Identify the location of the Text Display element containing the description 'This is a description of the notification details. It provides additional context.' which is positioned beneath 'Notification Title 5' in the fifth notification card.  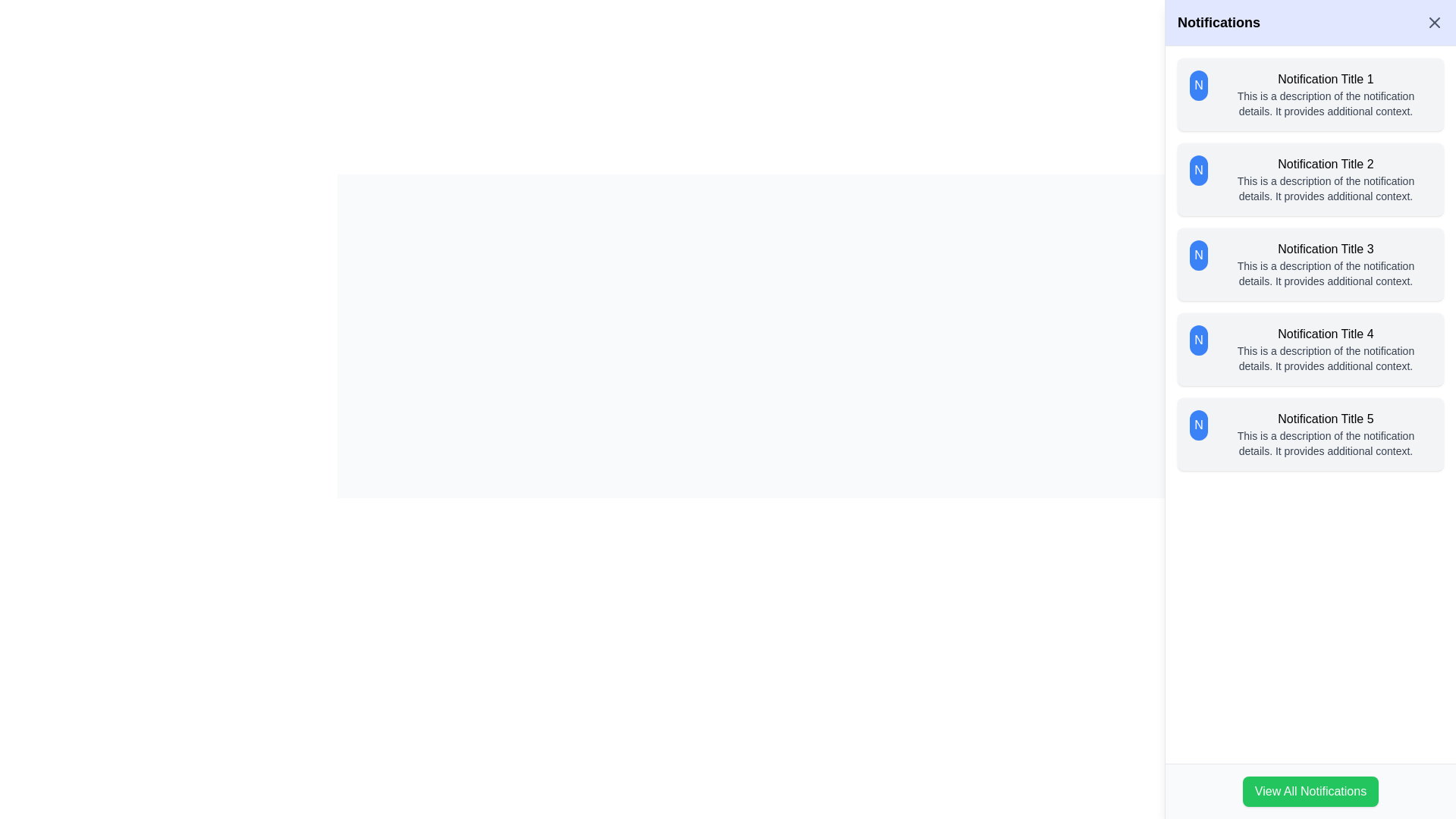
(1325, 444).